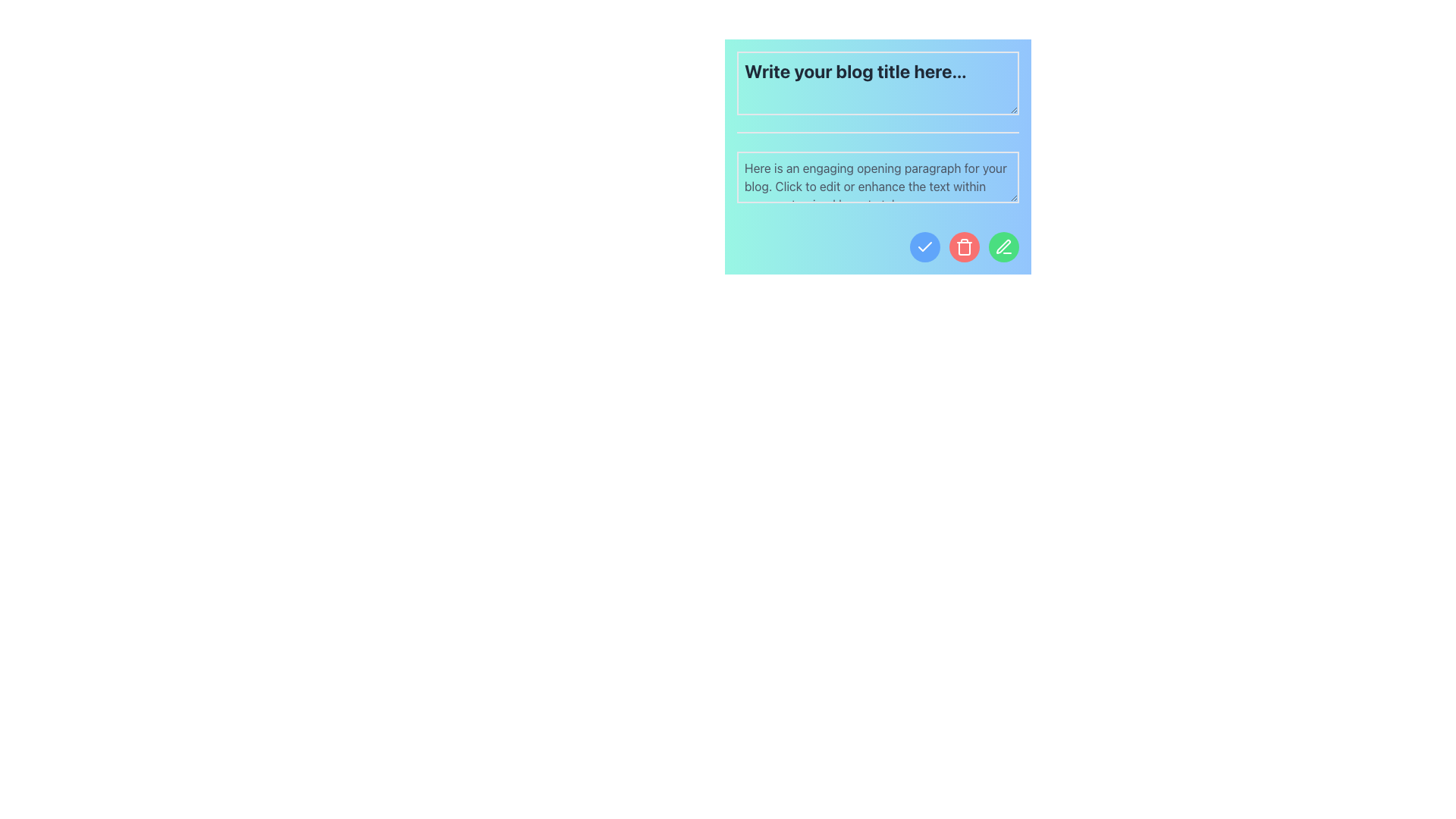 The height and width of the screenshot is (819, 1456). I want to click on the text input box, so click(877, 177).